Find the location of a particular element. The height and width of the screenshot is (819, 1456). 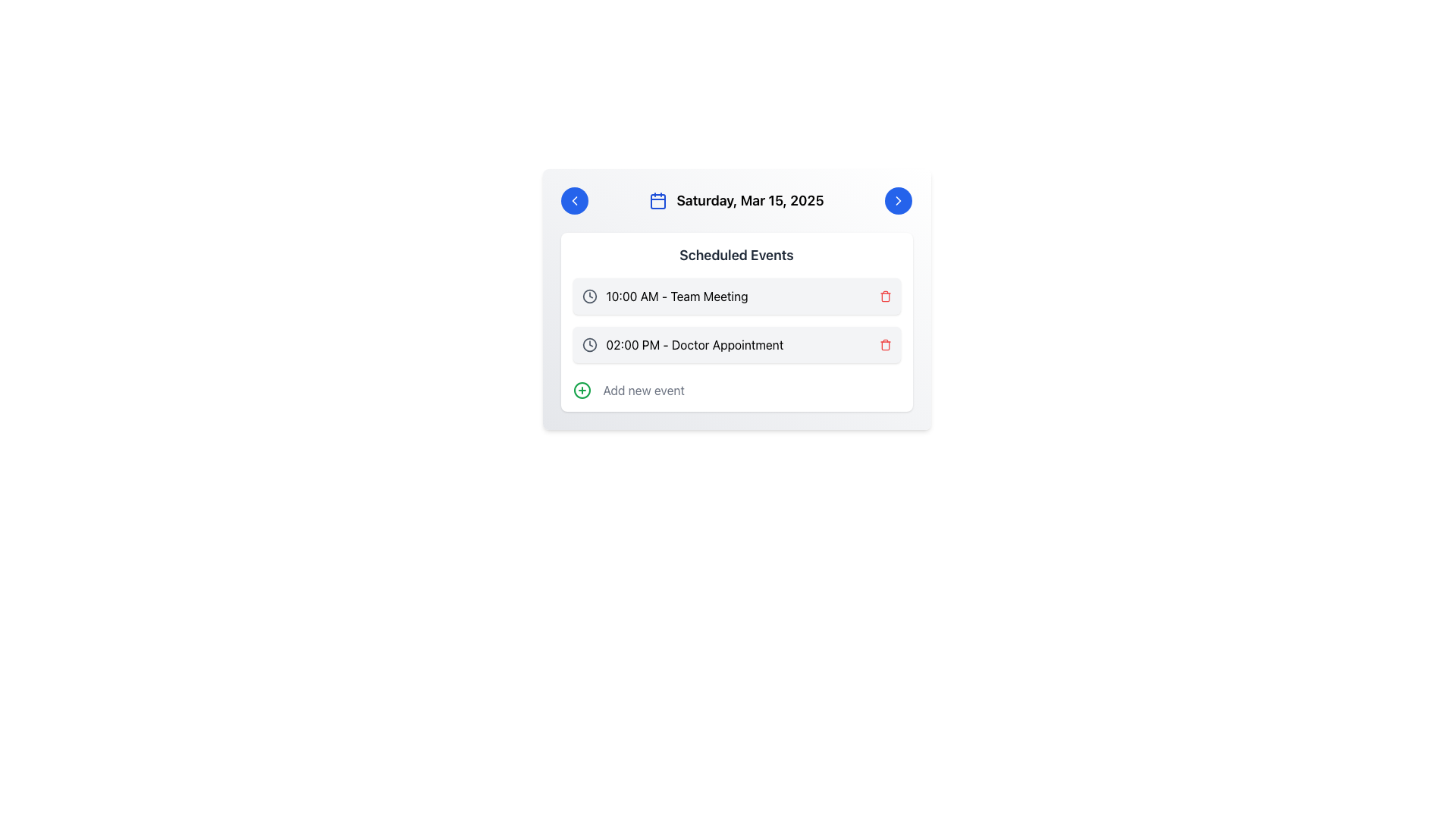

the circular button with a blue background and white right-facing chevron icon located in the top-right corner of the card displaying the date 'Saturday, Mar 15, 2025' is located at coordinates (899, 200).